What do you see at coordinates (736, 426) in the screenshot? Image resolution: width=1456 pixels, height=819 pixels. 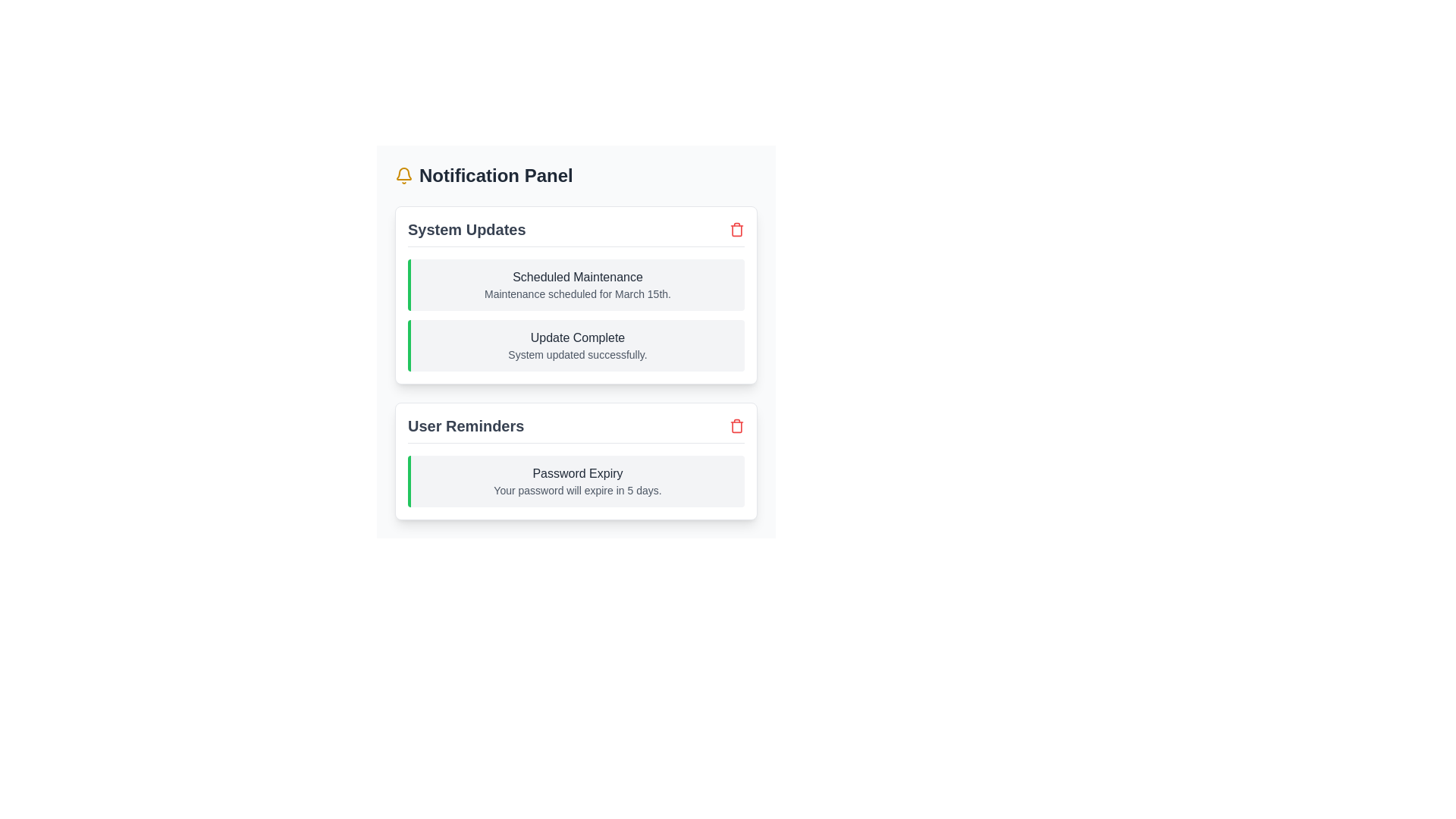 I see `the delete icon for the User Reminders notification category` at bounding box center [736, 426].